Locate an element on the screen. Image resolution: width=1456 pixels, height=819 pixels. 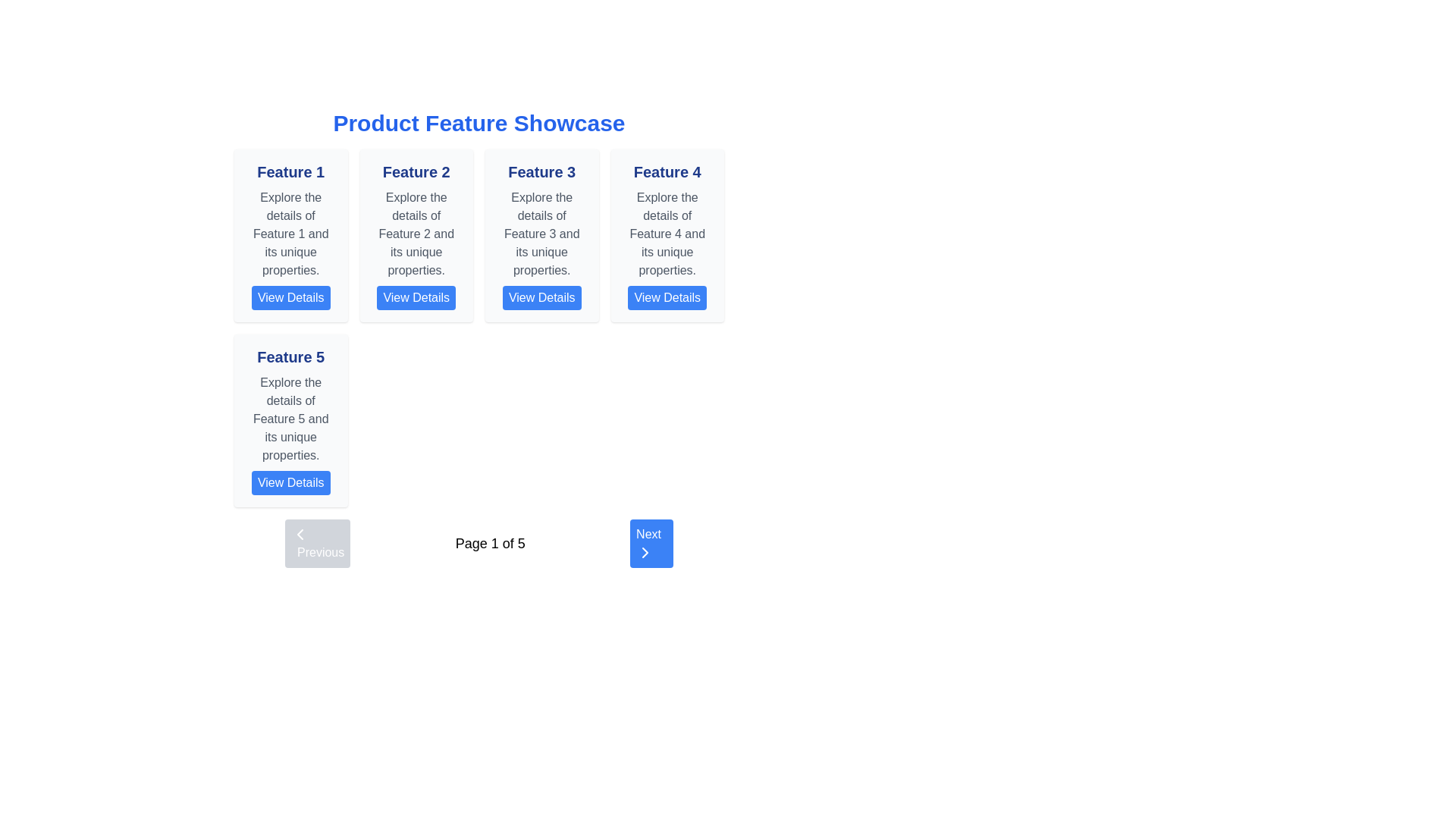
text displayed in the 'Feature 1' text label, which is a large, bold, blue font positioned at the top of the first feature card is located at coordinates (290, 171).